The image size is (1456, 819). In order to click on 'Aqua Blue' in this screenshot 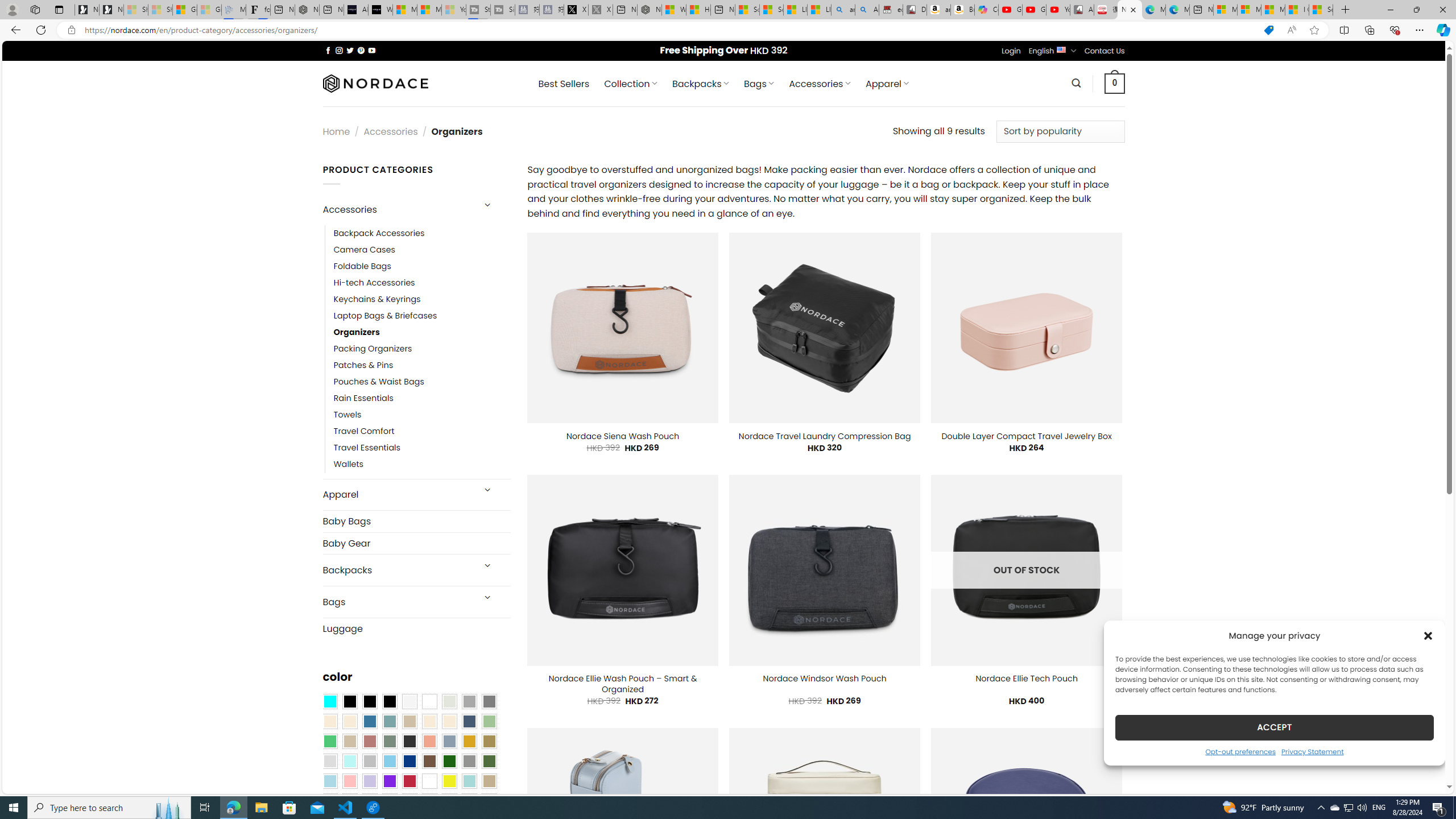, I will do `click(329, 701)`.